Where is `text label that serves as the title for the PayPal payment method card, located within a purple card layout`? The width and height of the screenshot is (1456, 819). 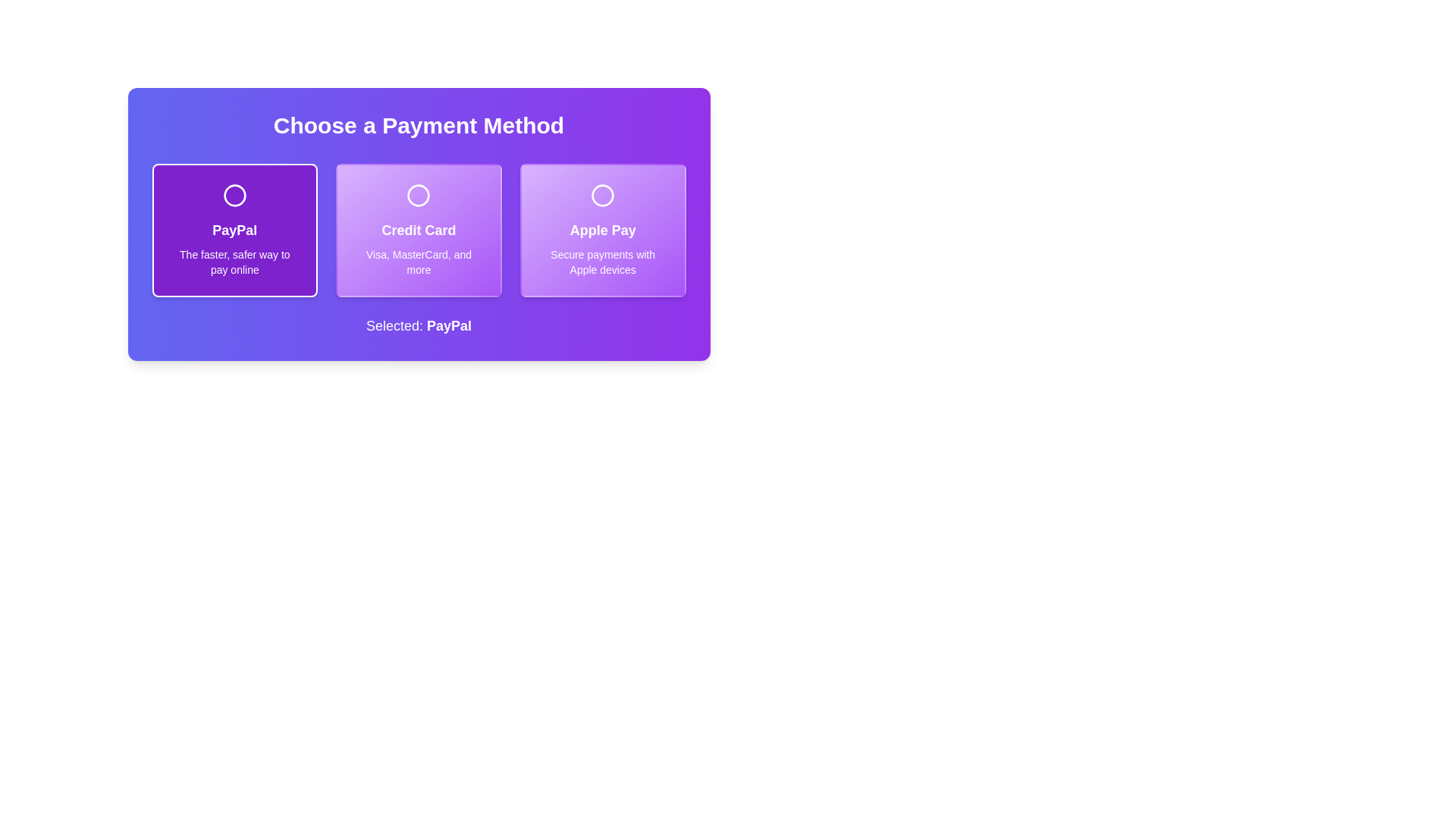
text label that serves as the title for the PayPal payment method card, located within a purple card layout is located at coordinates (234, 231).